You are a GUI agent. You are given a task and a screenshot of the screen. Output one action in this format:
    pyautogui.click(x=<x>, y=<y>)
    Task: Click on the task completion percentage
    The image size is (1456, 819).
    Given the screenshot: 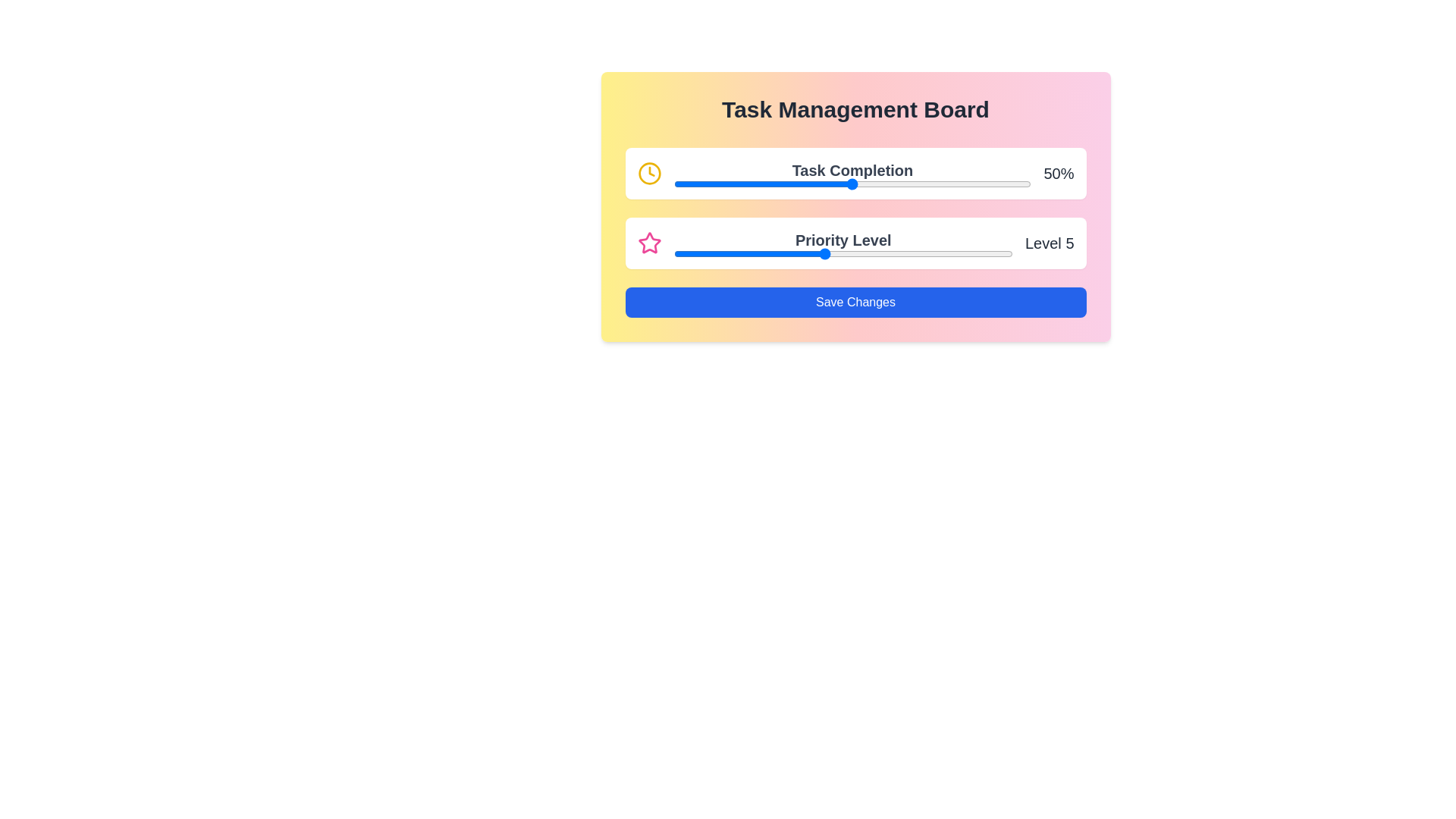 What is the action you would take?
    pyautogui.click(x=794, y=184)
    